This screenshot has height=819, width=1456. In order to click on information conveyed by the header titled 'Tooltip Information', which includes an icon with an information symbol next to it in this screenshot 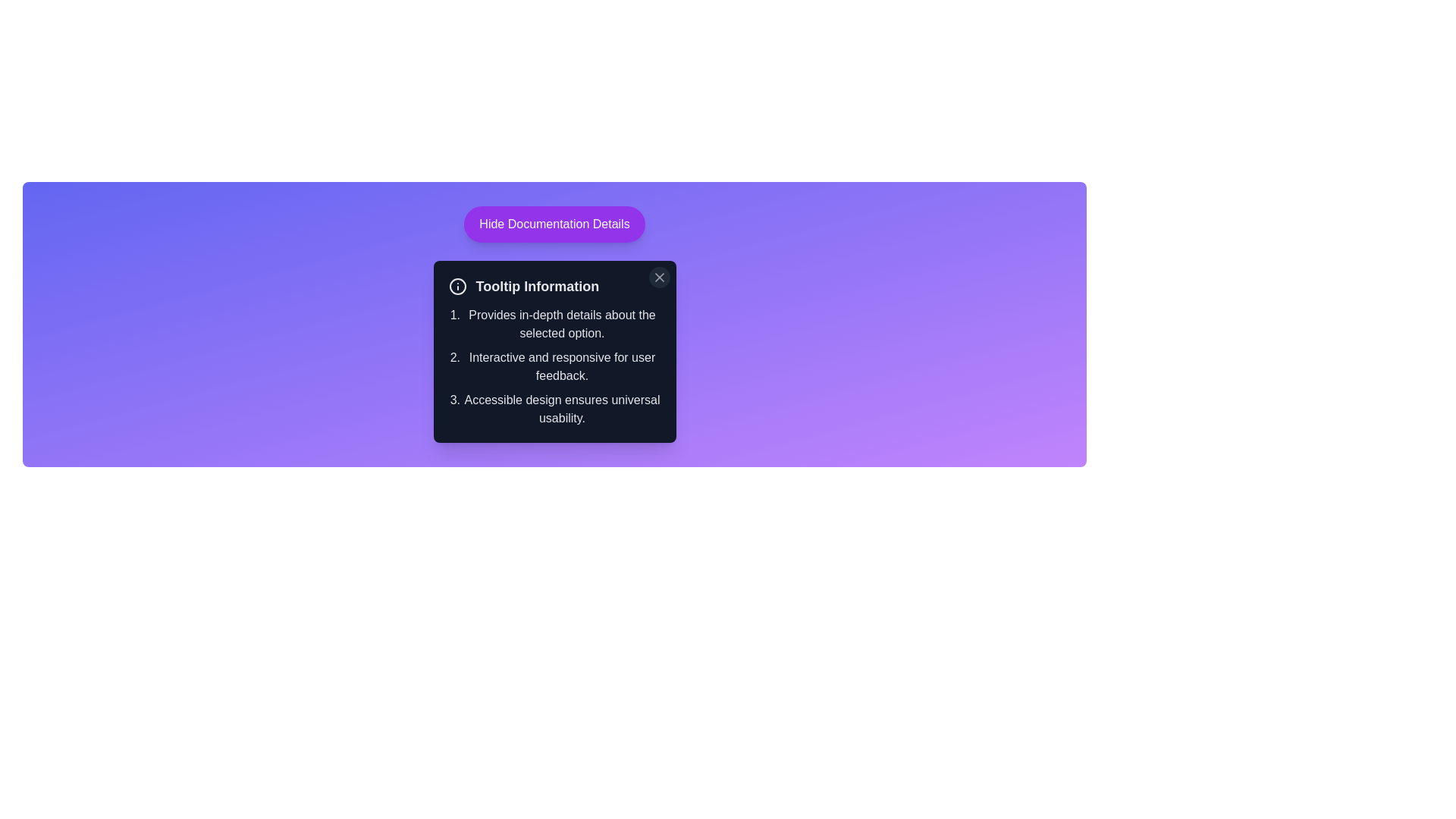, I will do `click(554, 287)`.